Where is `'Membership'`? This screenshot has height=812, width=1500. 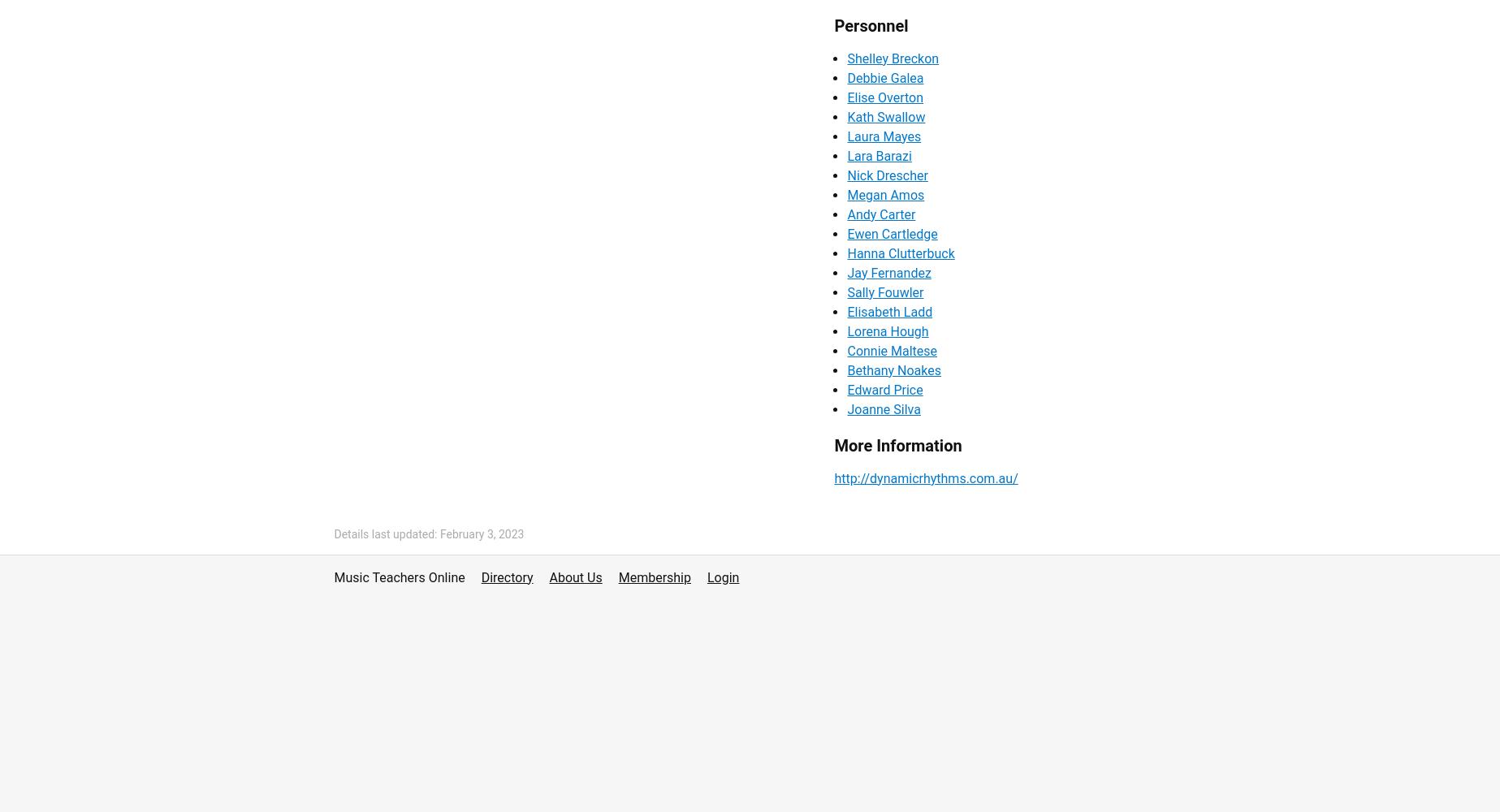
'Membership' is located at coordinates (655, 576).